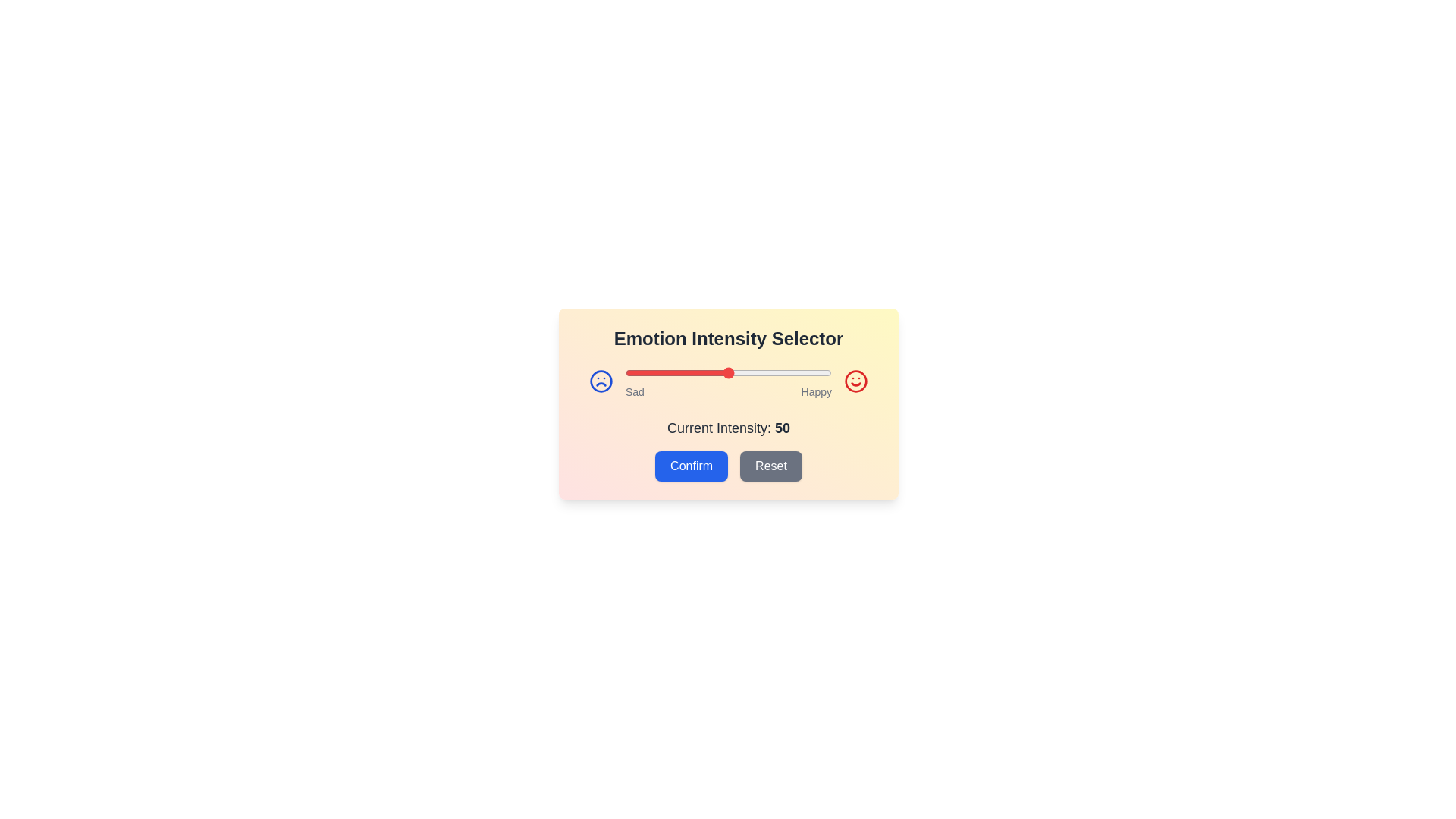  What do you see at coordinates (771, 465) in the screenshot?
I see `Reset button to revert the intensity to the default value` at bounding box center [771, 465].